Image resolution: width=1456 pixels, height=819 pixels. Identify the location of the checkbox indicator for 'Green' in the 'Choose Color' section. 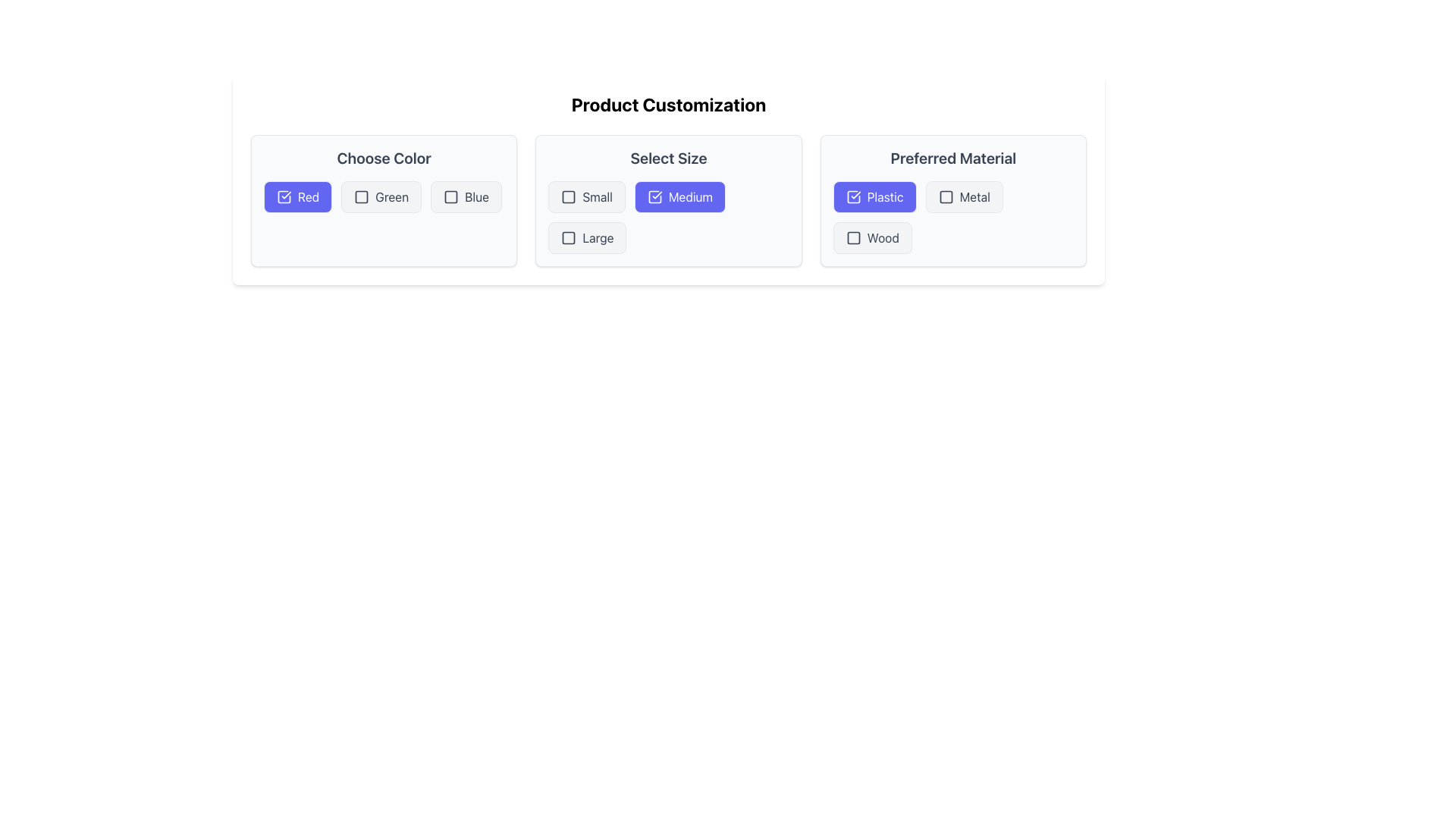
(361, 196).